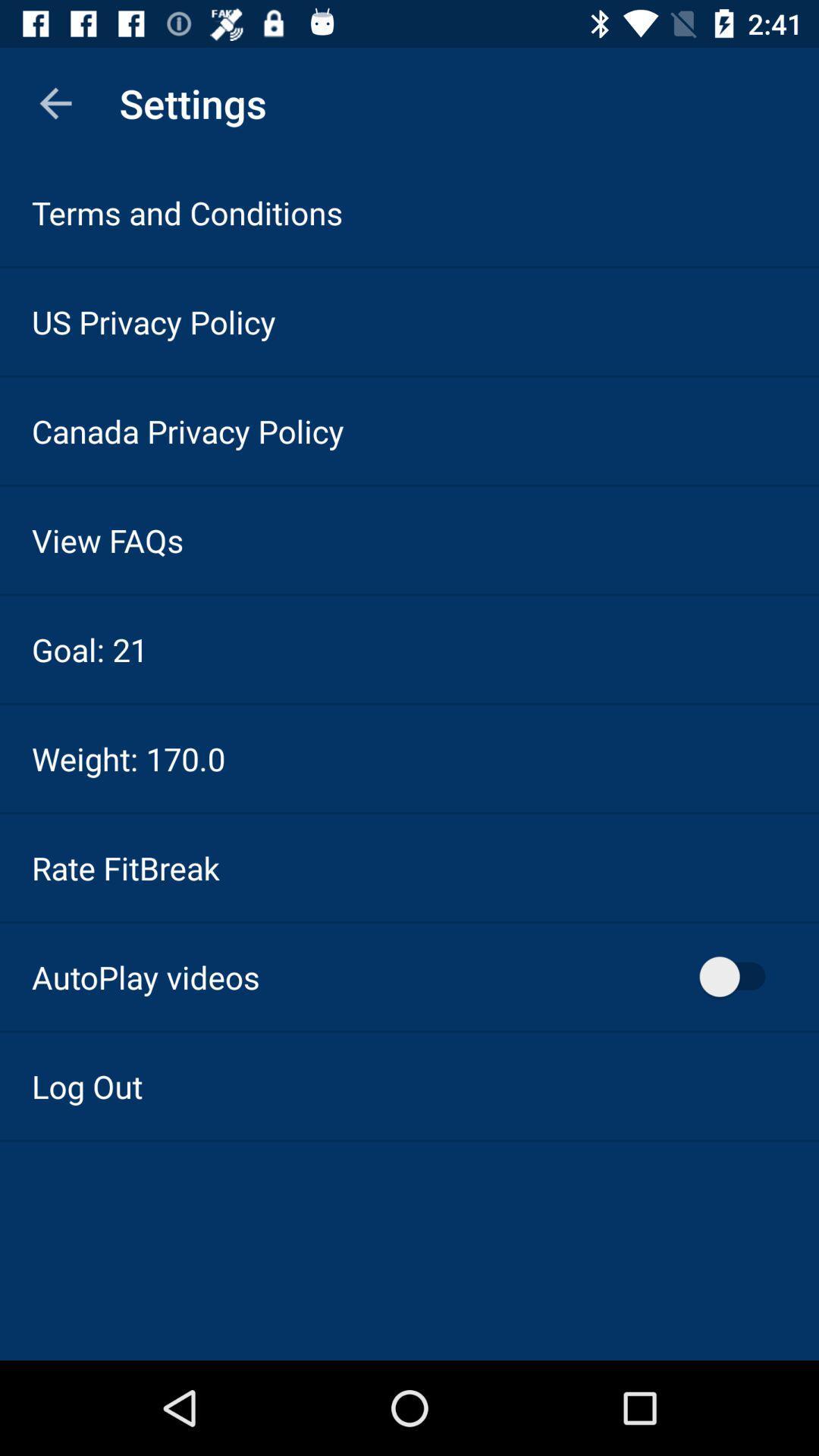 This screenshot has width=819, height=1456. Describe the element at coordinates (87, 1085) in the screenshot. I see `the log out item` at that location.